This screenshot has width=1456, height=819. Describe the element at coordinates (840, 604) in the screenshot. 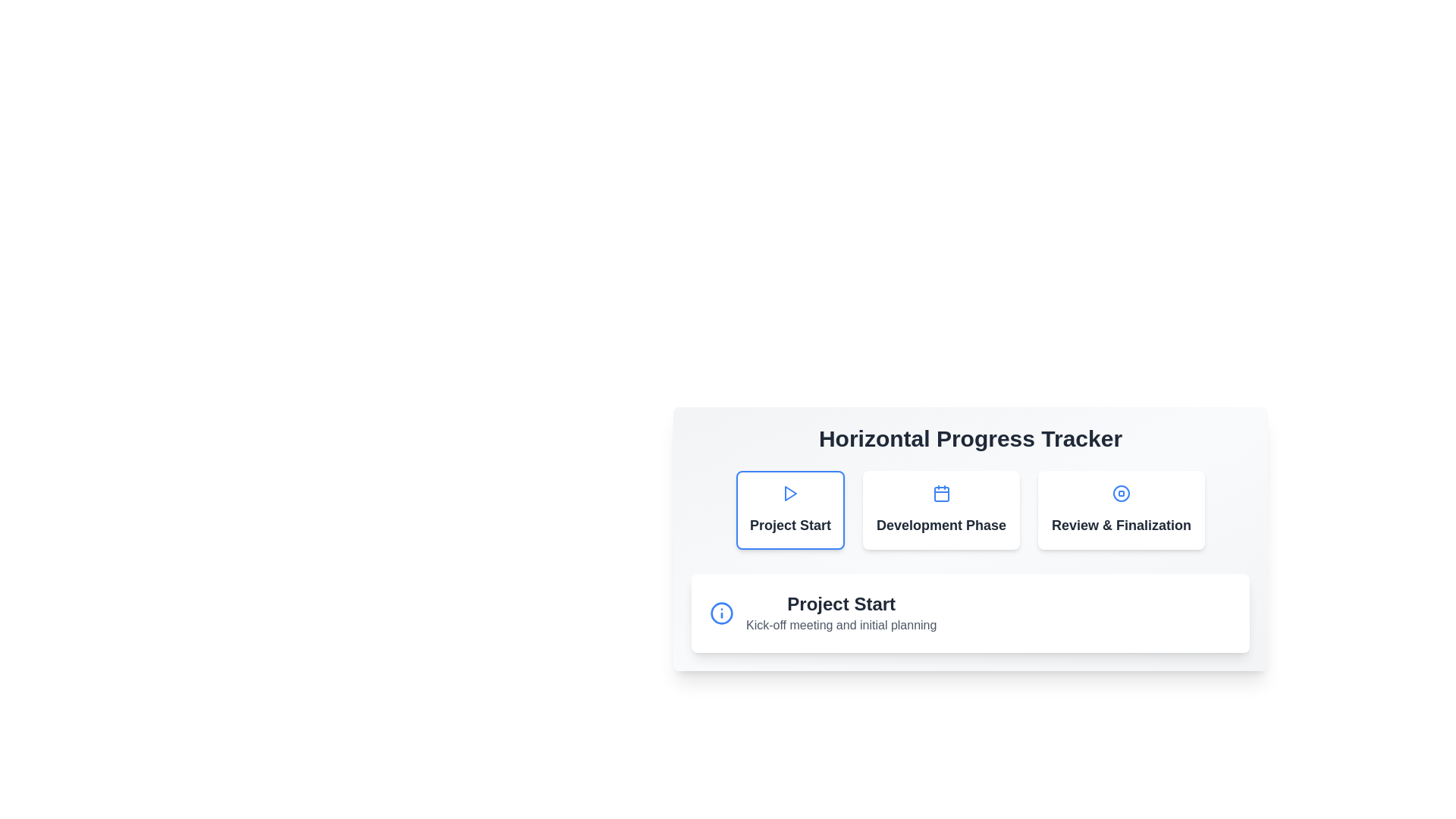

I see `the text element displaying 'Project Start', which is bold and large in dark gray color, positioned at the bottom-center of the interface` at that location.